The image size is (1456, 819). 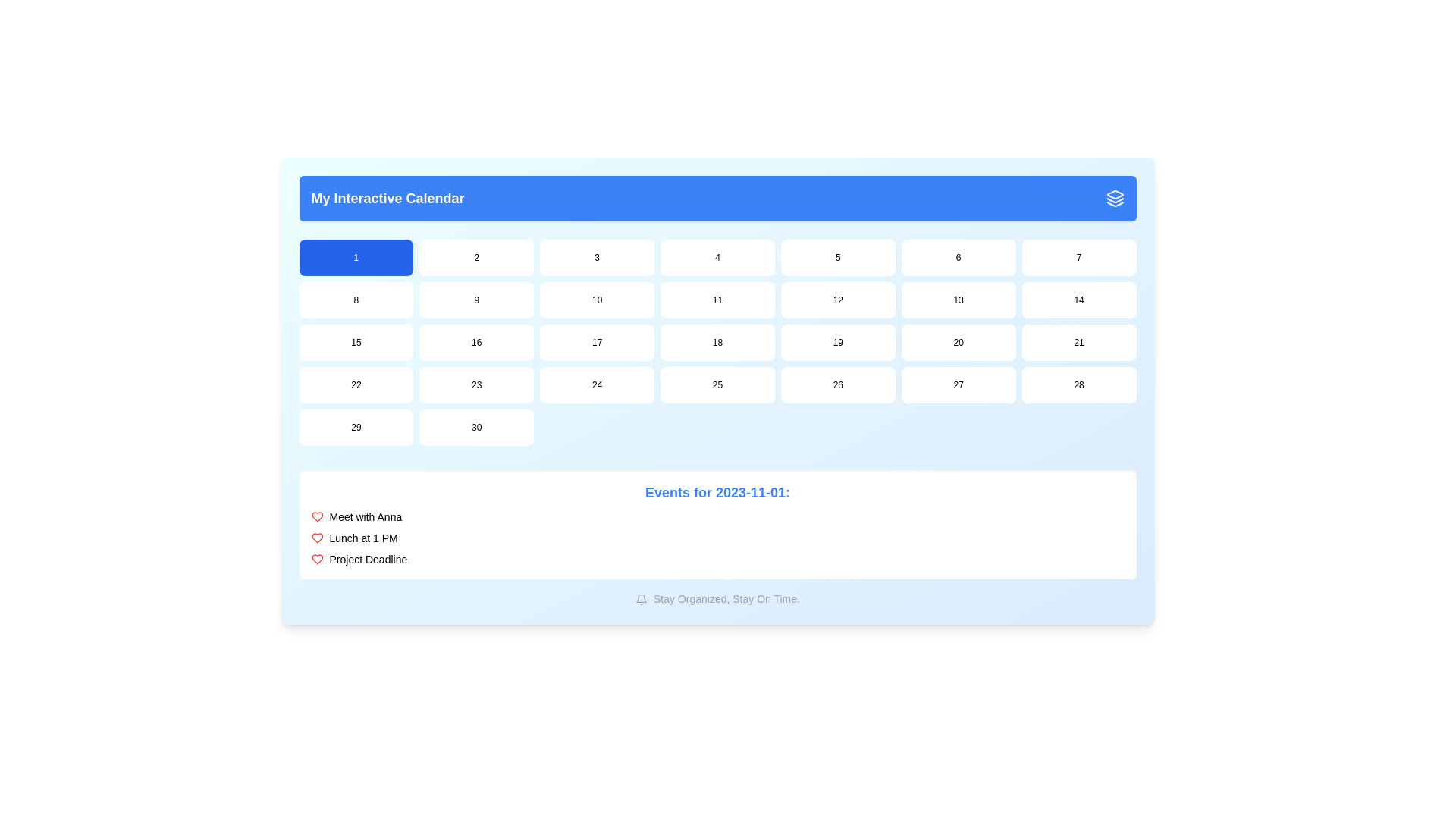 What do you see at coordinates (475, 427) in the screenshot?
I see `the calendar button representing the 30th day, located in the bottom-right corner of the 7x5 grid` at bounding box center [475, 427].